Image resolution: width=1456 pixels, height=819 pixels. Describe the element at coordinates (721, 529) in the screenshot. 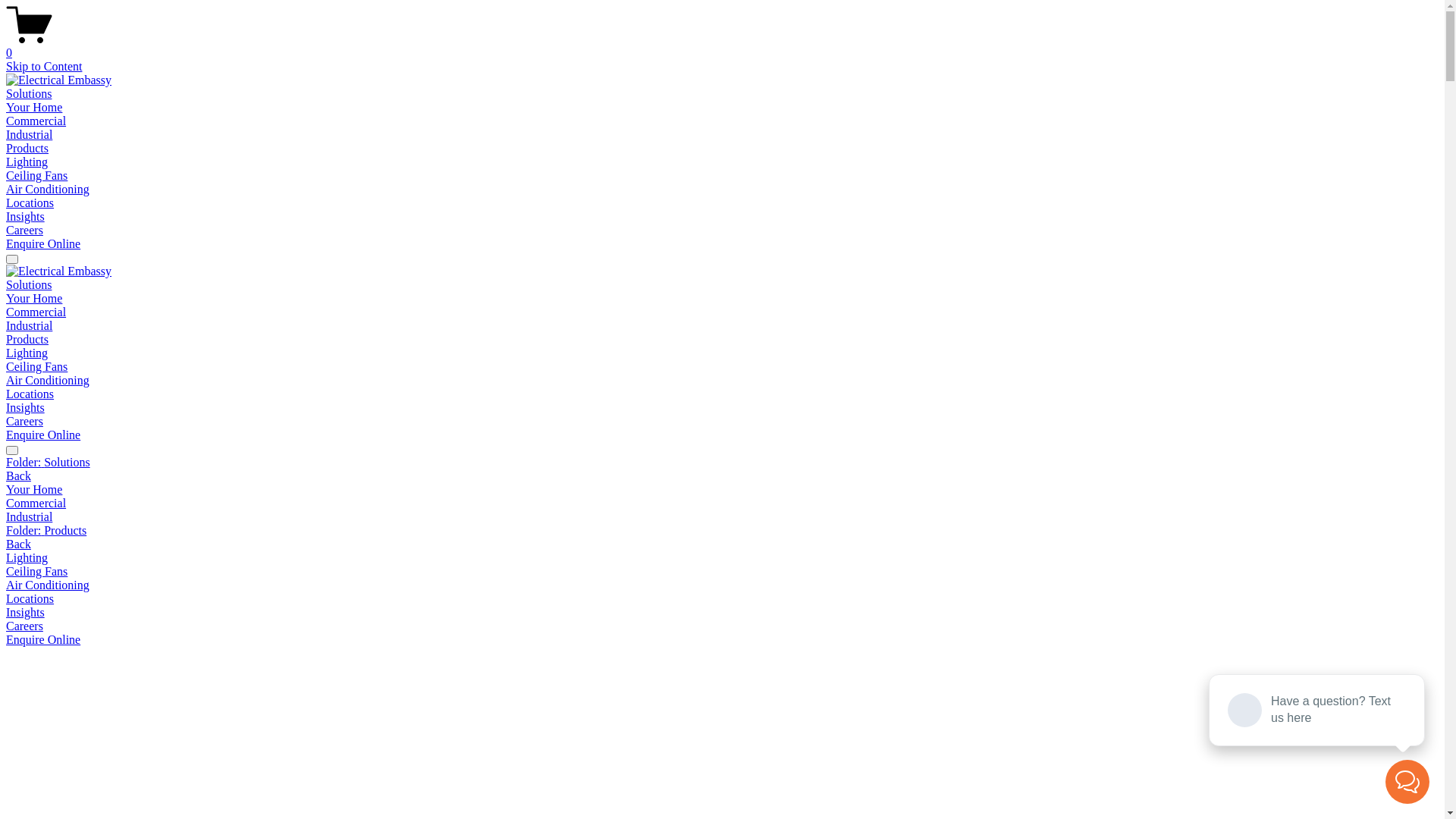

I see `'Folder: Products'` at that location.